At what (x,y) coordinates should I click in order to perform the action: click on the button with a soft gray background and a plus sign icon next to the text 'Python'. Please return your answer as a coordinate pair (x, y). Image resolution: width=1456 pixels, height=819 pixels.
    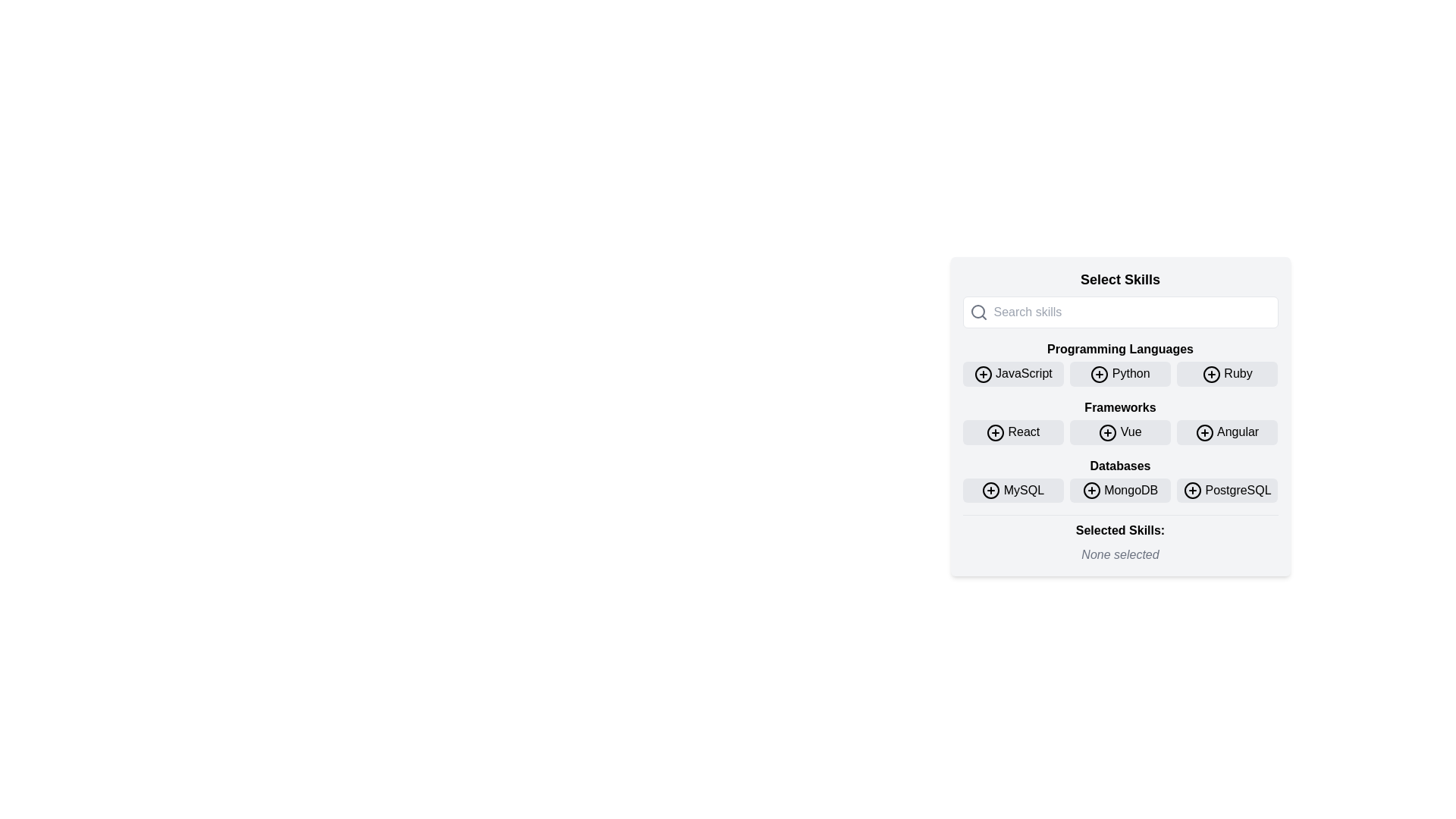
    Looking at the image, I should click on (1120, 374).